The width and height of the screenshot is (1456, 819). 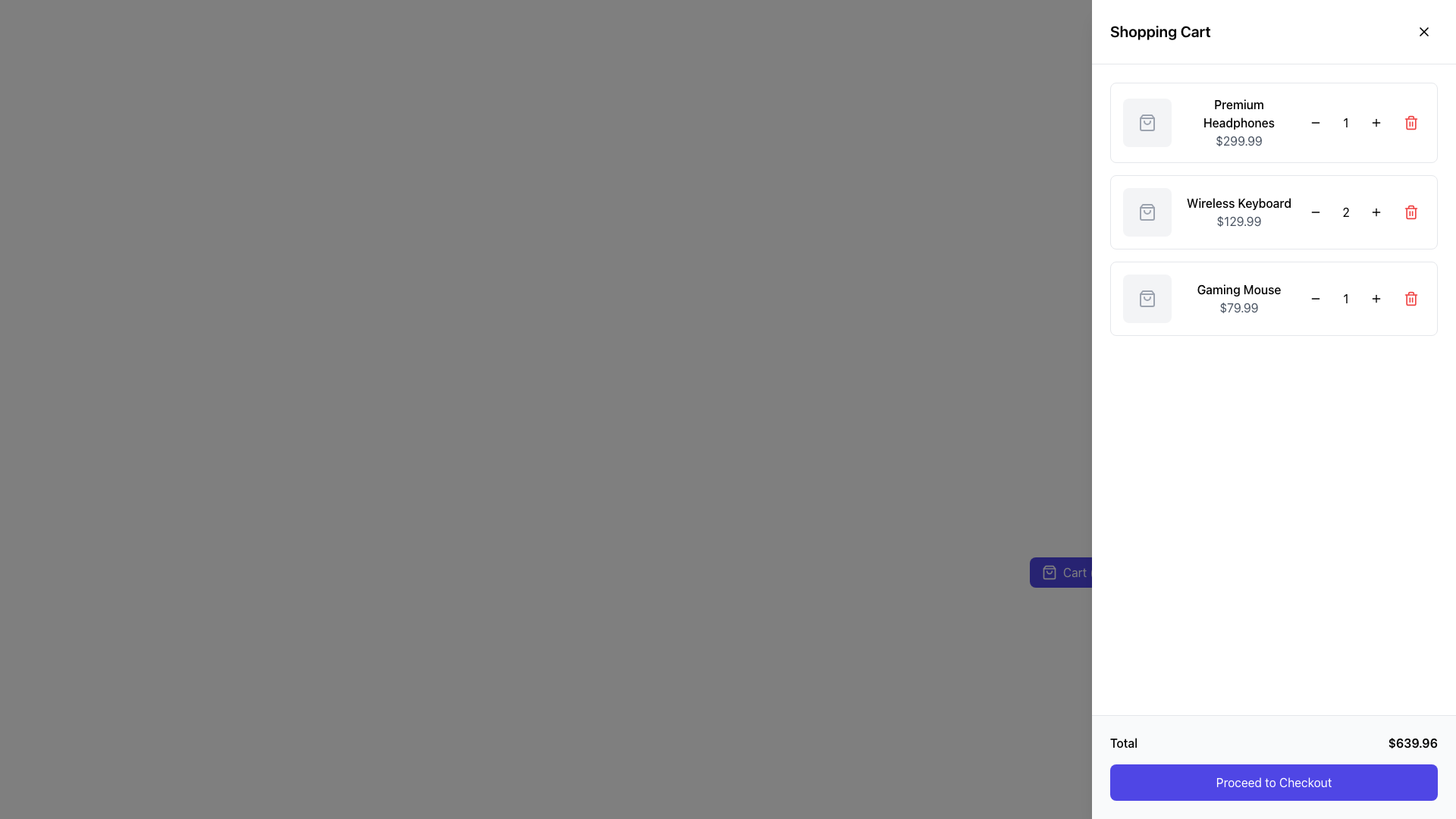 I want to click on the text of the 'Gaming Mouse' product information display component located in the third row of the shopping cart for copying purposes, so click(x=1238, y=298).